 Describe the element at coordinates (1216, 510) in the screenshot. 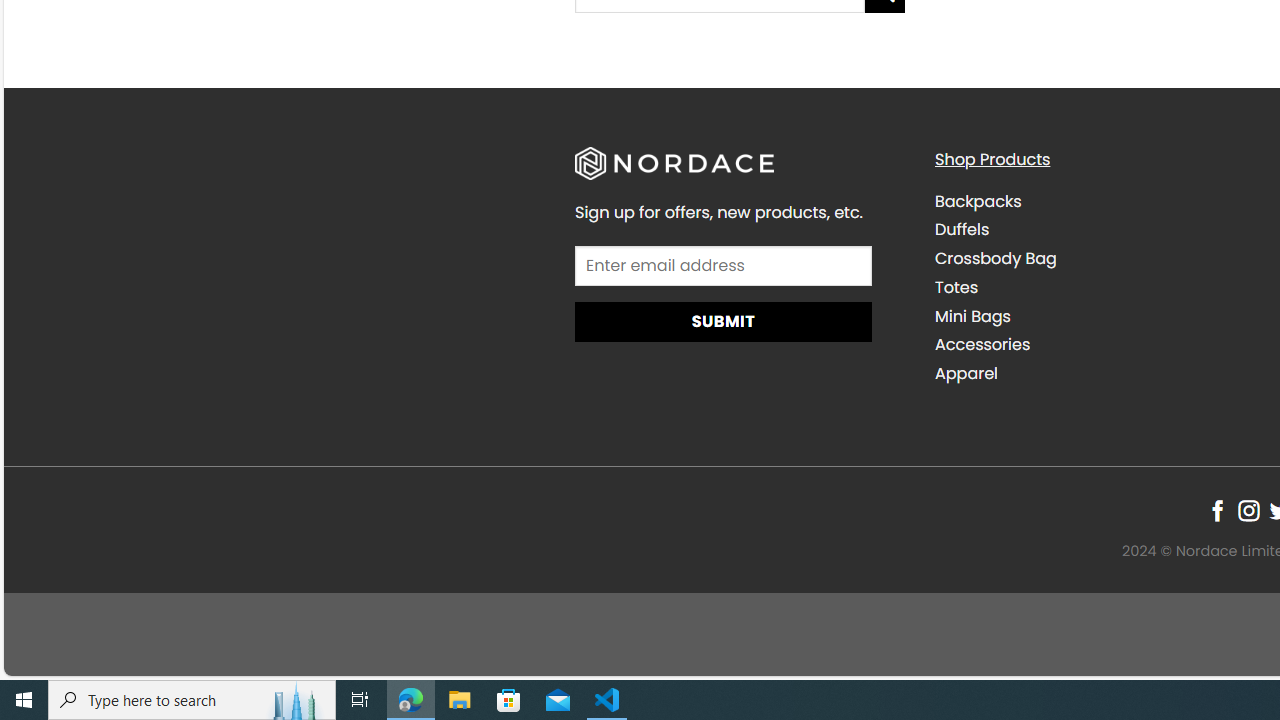

I see `'Follow on Facebook'` at that location.